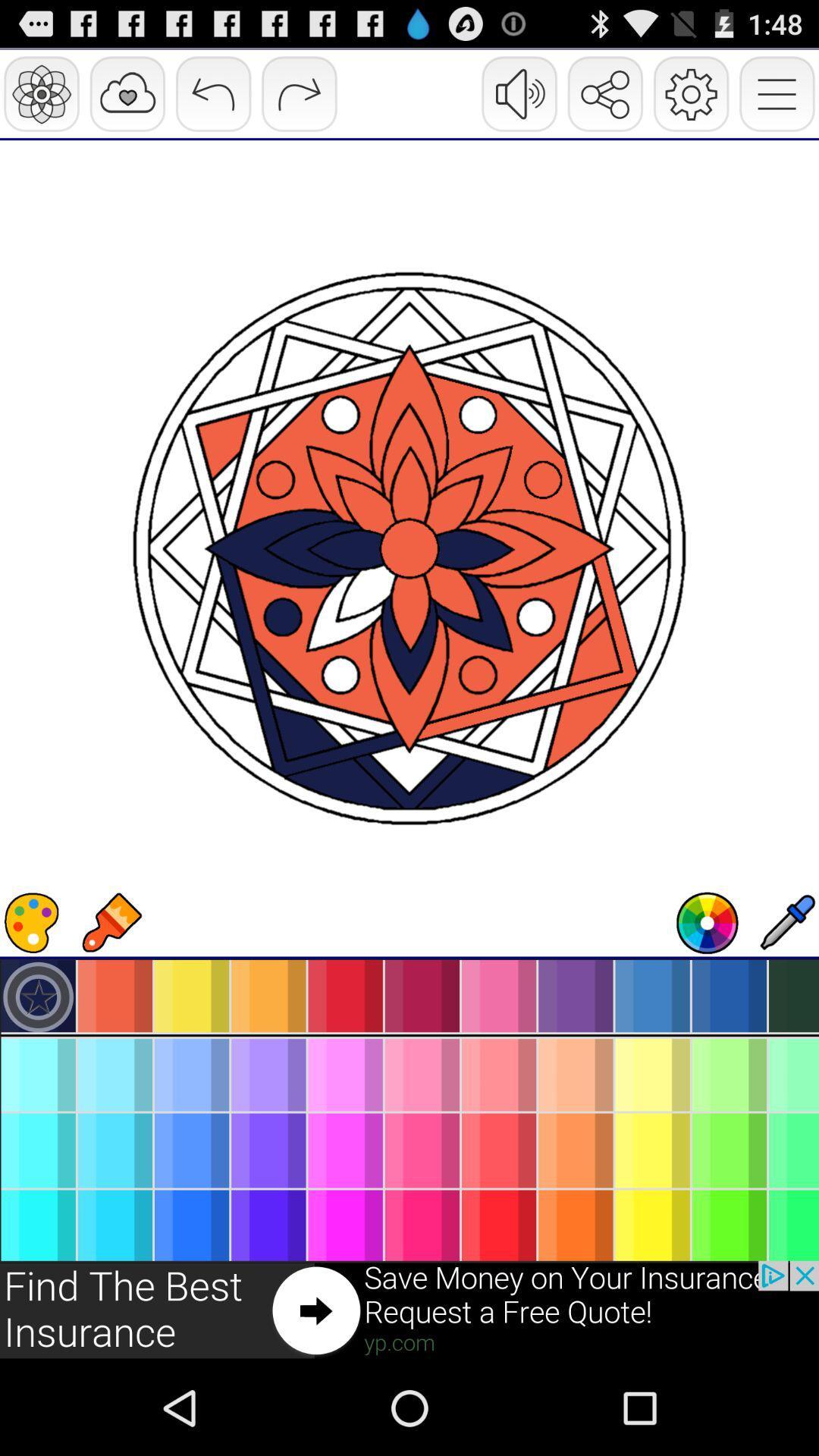  I want to click on paint brush, so click(110, 922).